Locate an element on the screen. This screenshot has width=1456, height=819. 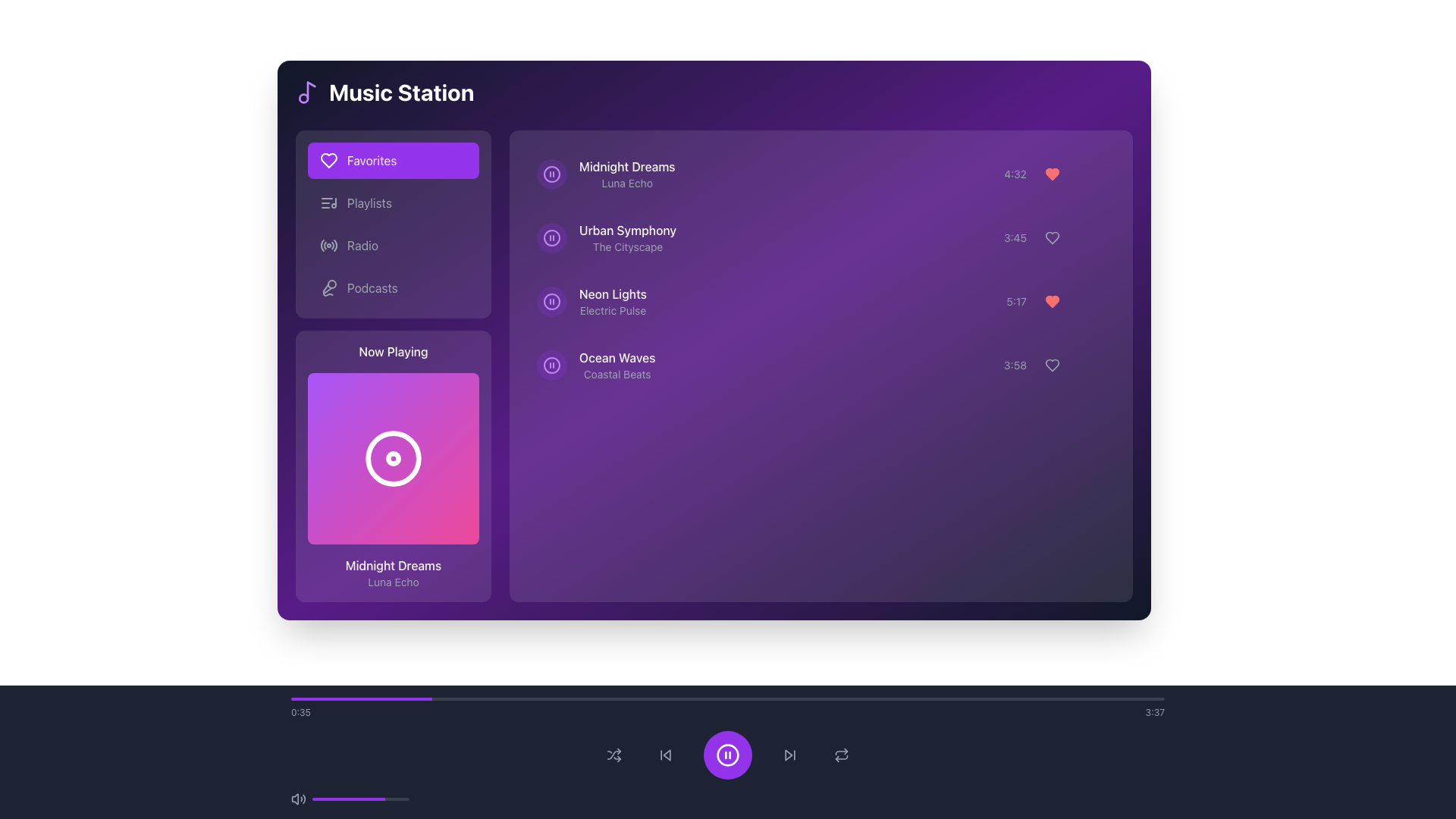
the play/pause button for the first song option in the playlist of the 'Music Station' interface is located at coordinates (821, 174).